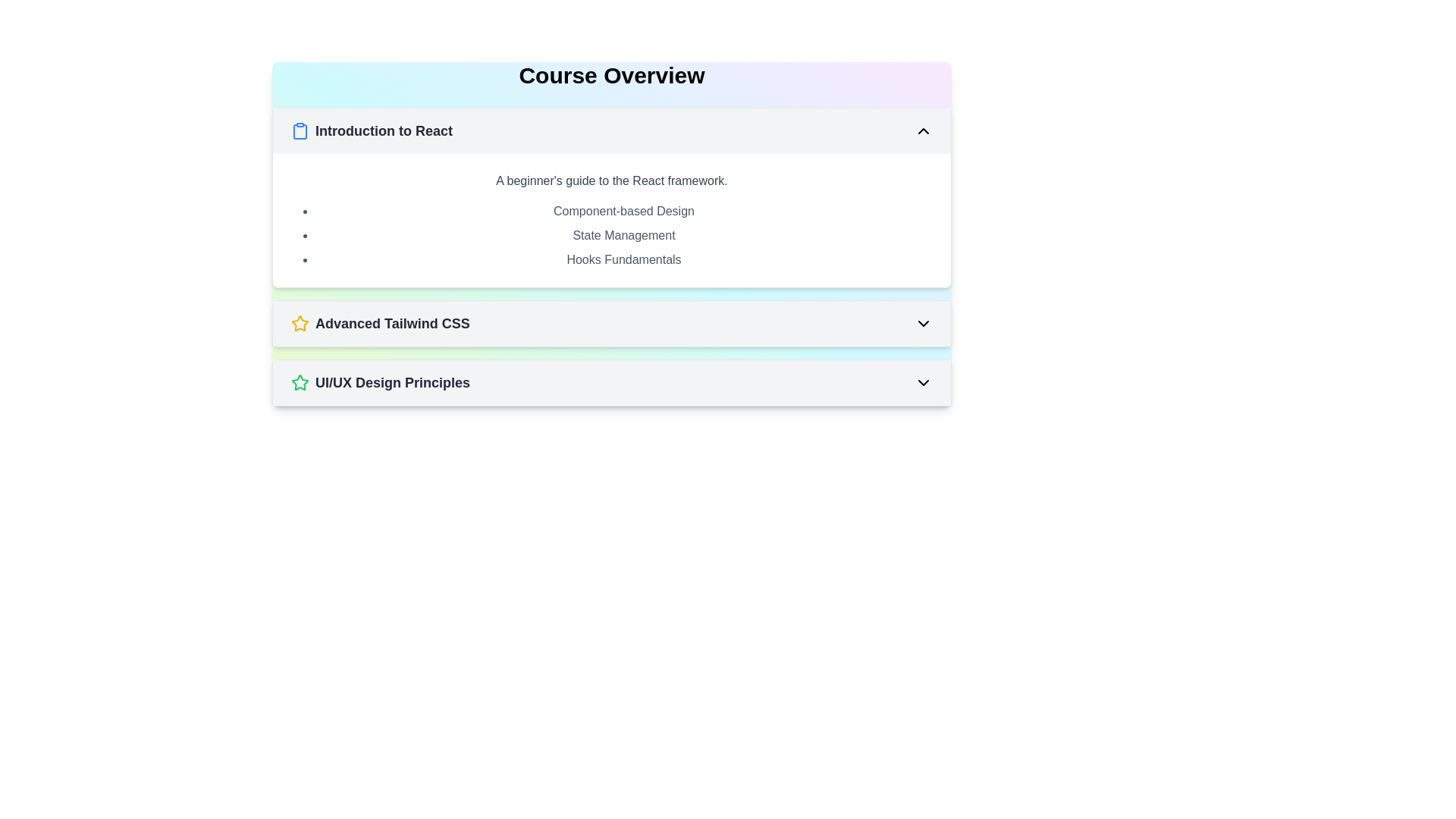 The image size is (1456, 819). Describe the element at coordinates (300, 130) in the screenshot. I see `the clipboard icon located to the left of the 'Introduction to React' text` at that location.